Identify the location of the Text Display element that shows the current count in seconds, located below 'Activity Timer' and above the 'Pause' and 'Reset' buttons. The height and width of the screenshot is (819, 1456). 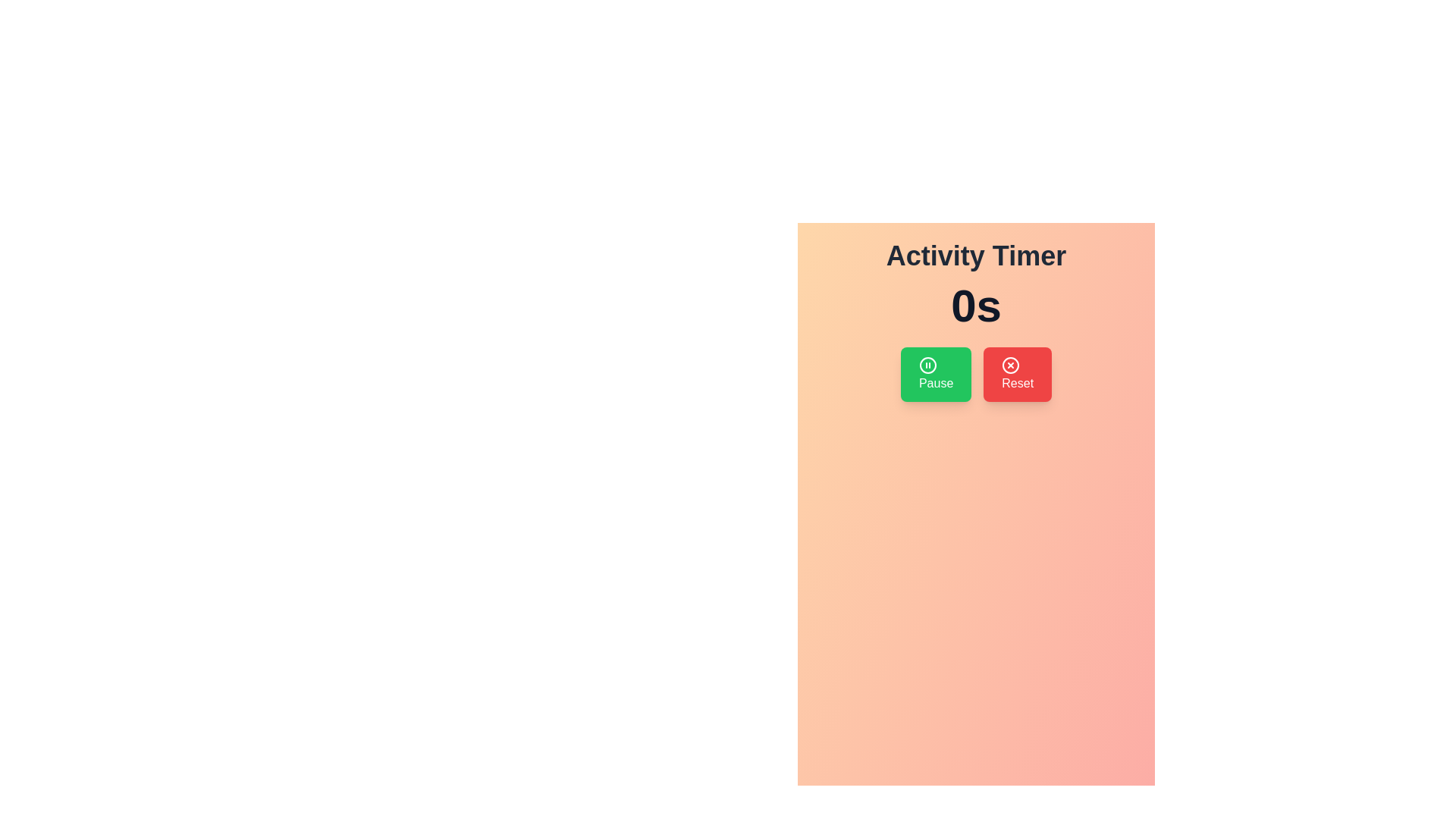
(976, 306).